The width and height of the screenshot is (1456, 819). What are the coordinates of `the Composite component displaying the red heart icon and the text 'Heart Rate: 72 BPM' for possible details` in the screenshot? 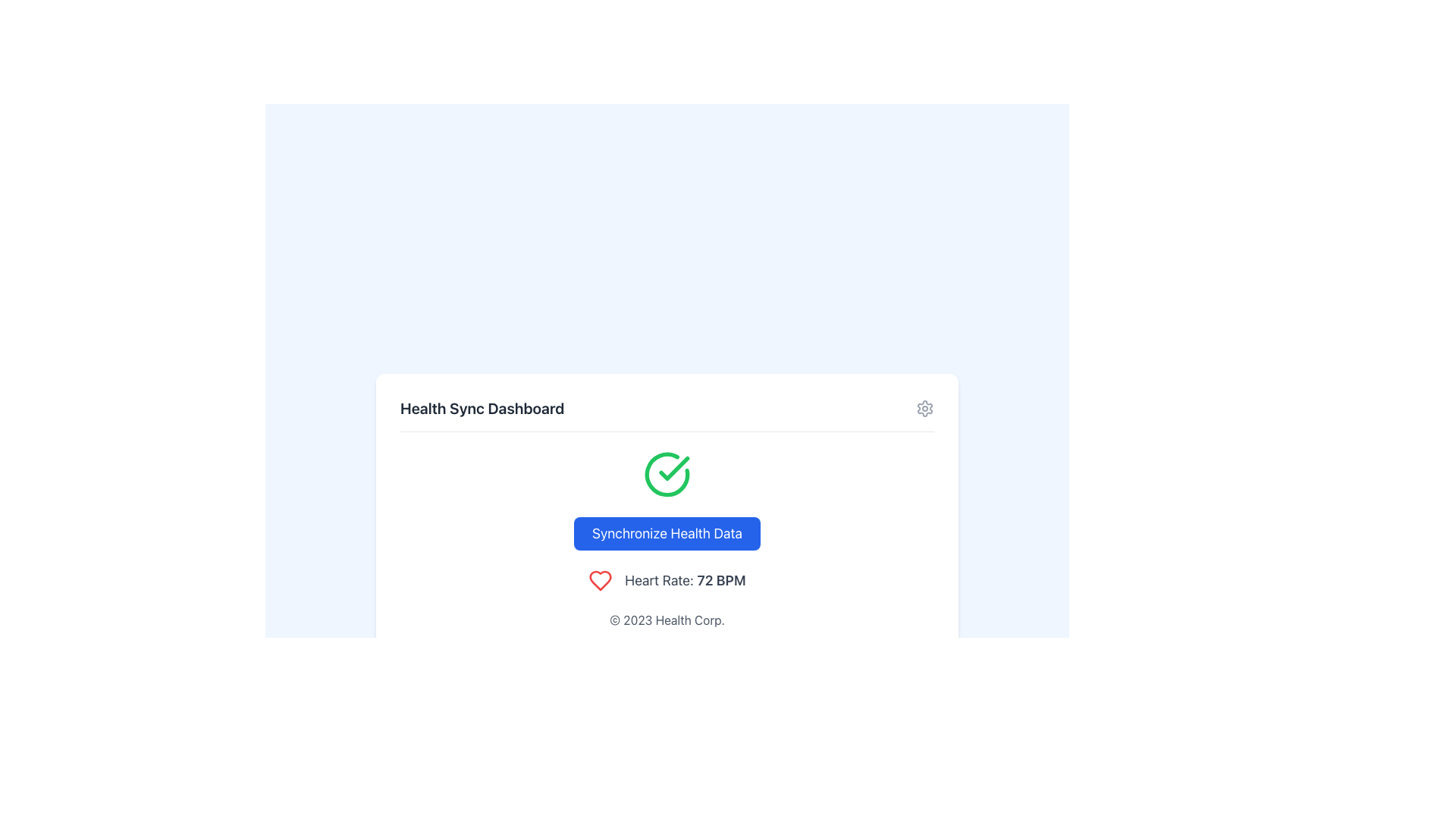 It's located at (667, 580).